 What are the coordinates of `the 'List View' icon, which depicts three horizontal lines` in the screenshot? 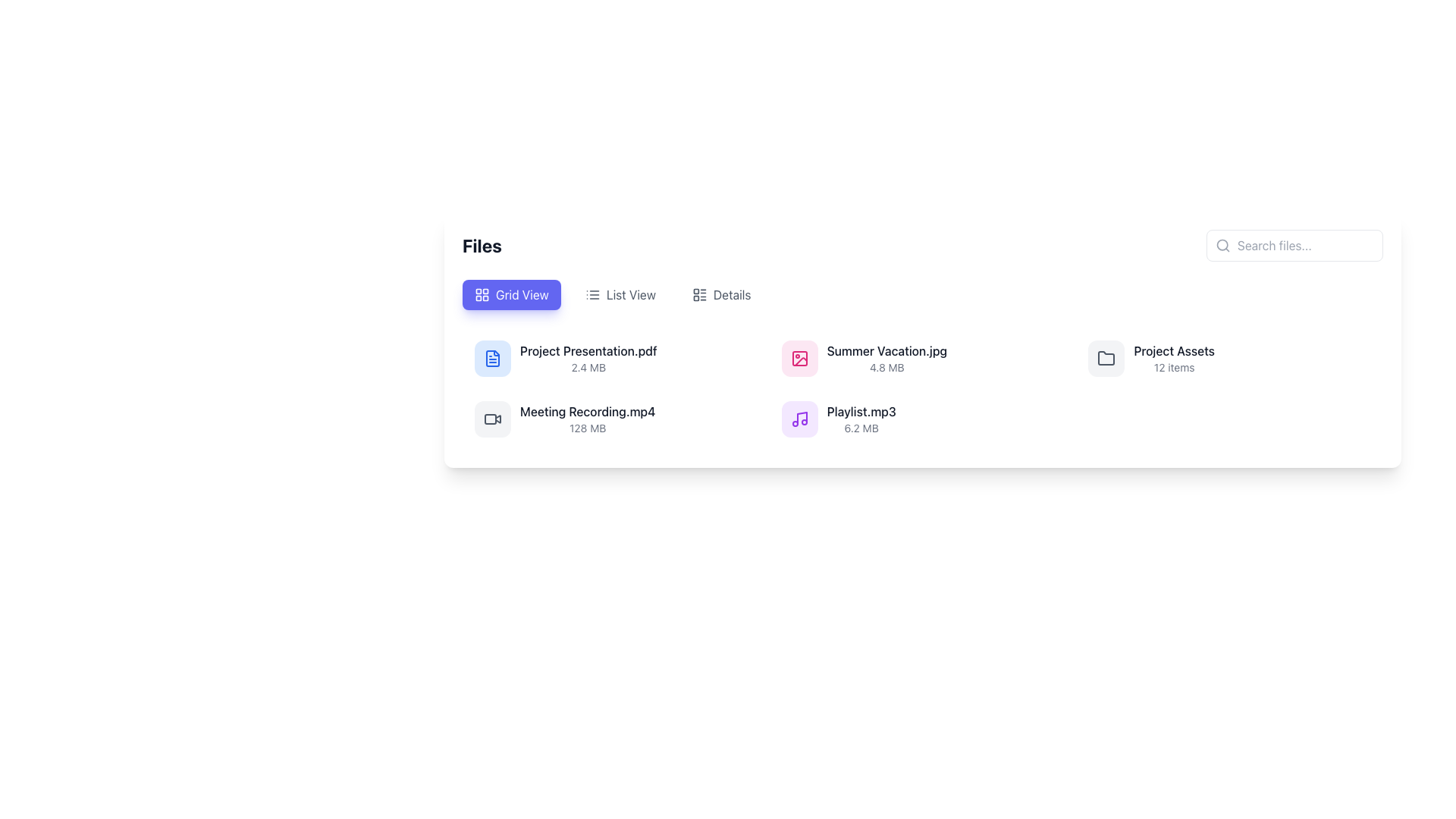 It's located at (591, 295).